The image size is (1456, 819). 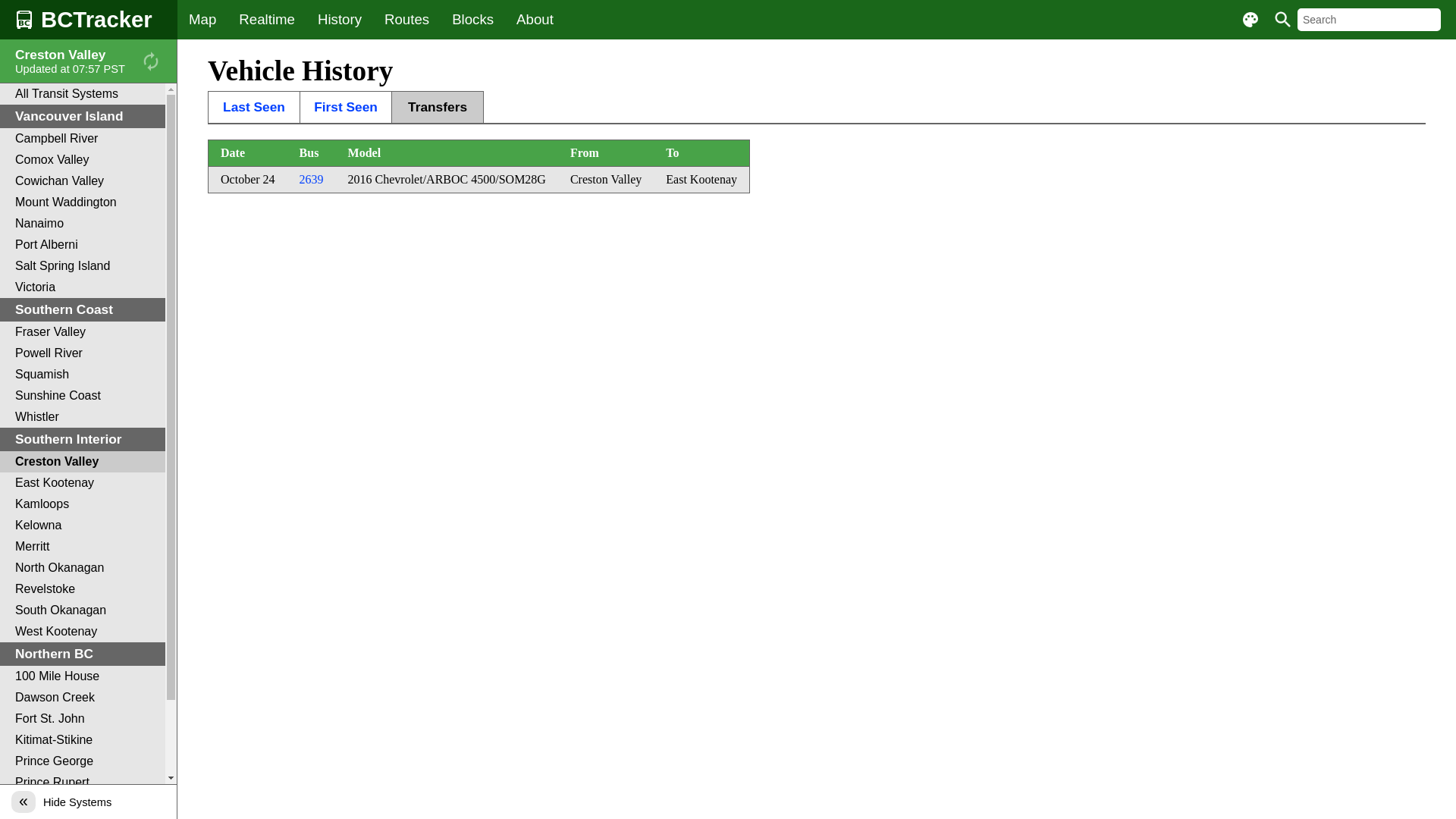 I want to click on 'Sunshine Coast', so click(x=82, y=394).